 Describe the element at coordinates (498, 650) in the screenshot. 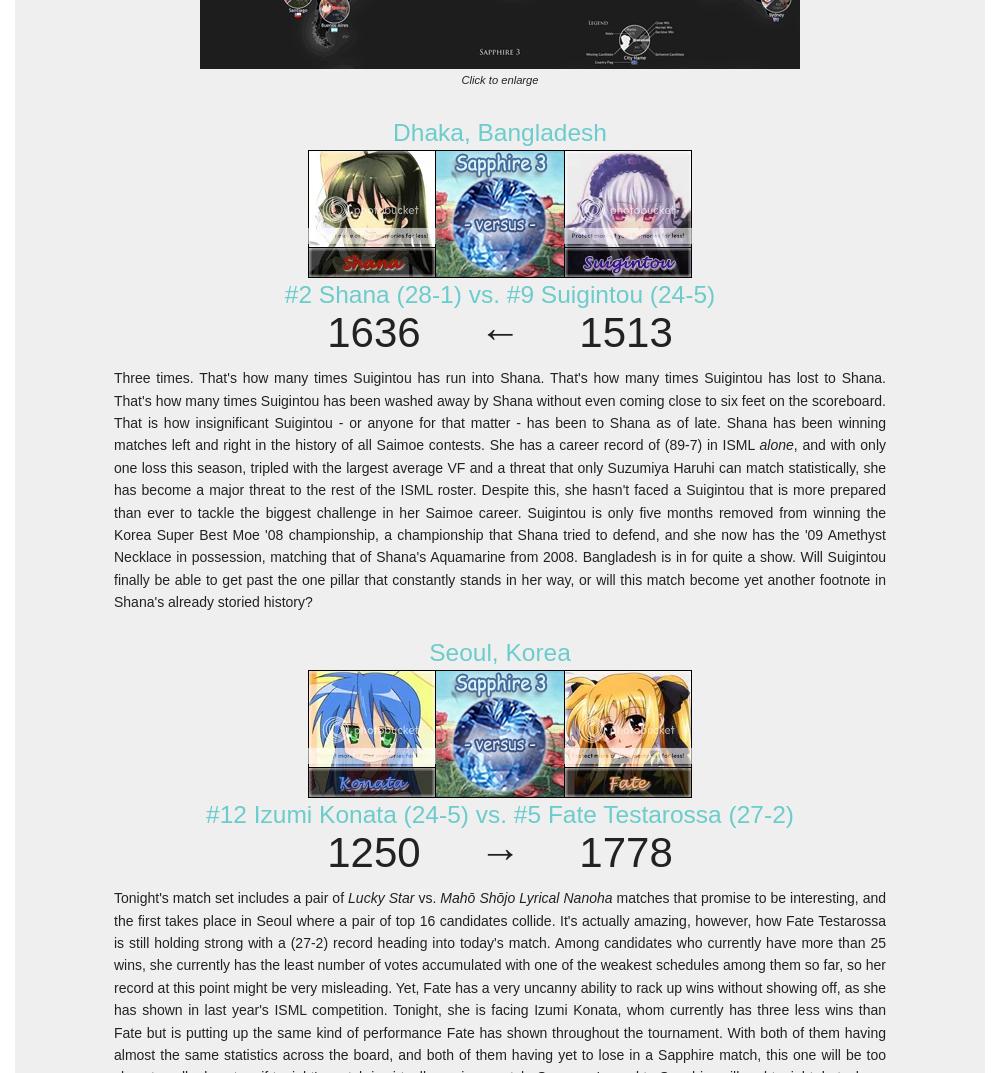

I see `'Seoul, Korea'` at that location.